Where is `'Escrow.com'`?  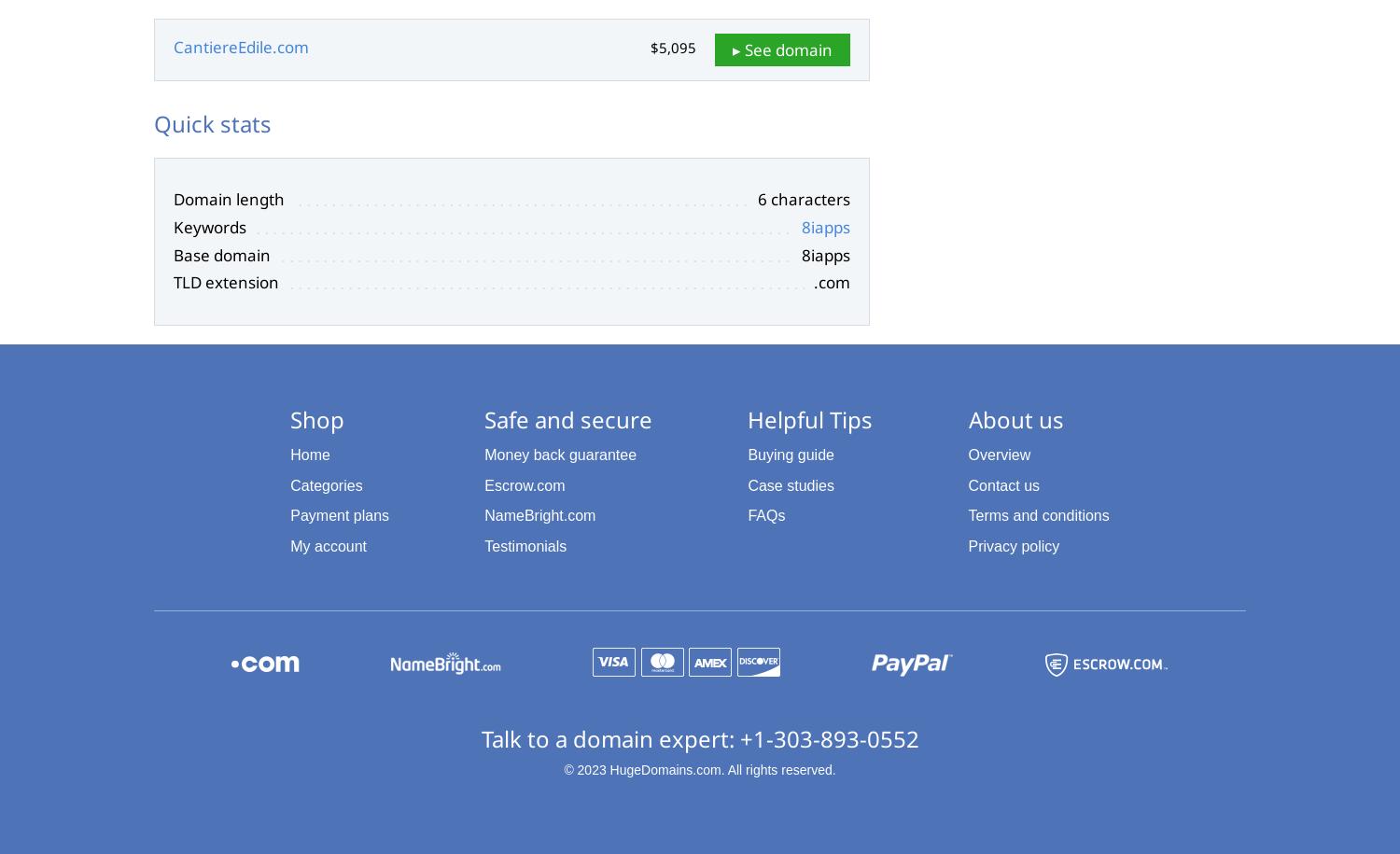
'Escrow.com' is located at coordinates (484, 484).